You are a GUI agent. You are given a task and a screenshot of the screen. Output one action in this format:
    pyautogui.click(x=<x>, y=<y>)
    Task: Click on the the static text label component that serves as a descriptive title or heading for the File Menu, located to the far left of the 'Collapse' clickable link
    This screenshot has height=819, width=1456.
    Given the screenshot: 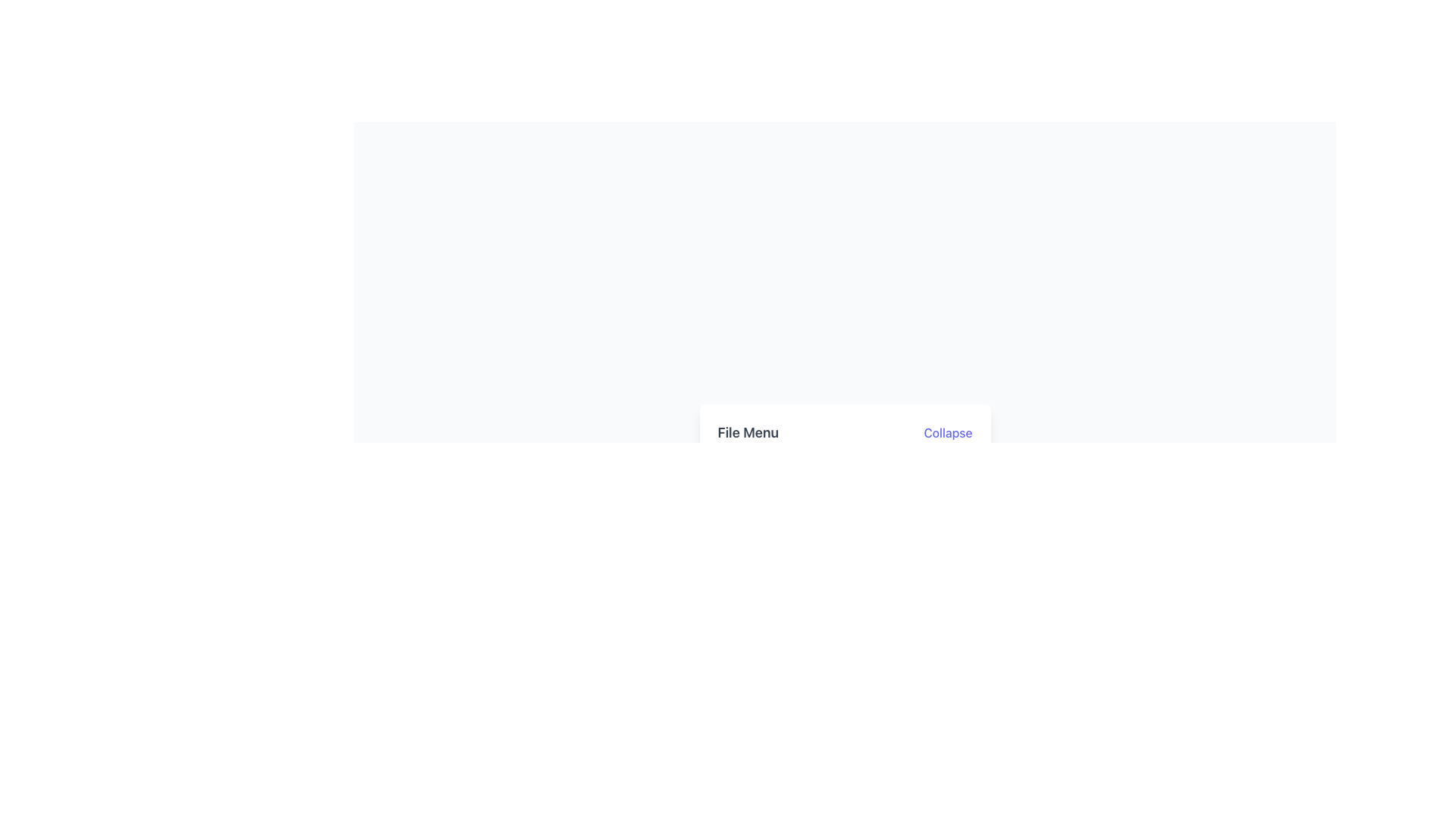 What is the action you would take?
    pyautogui.click(x=748, y=432)
    